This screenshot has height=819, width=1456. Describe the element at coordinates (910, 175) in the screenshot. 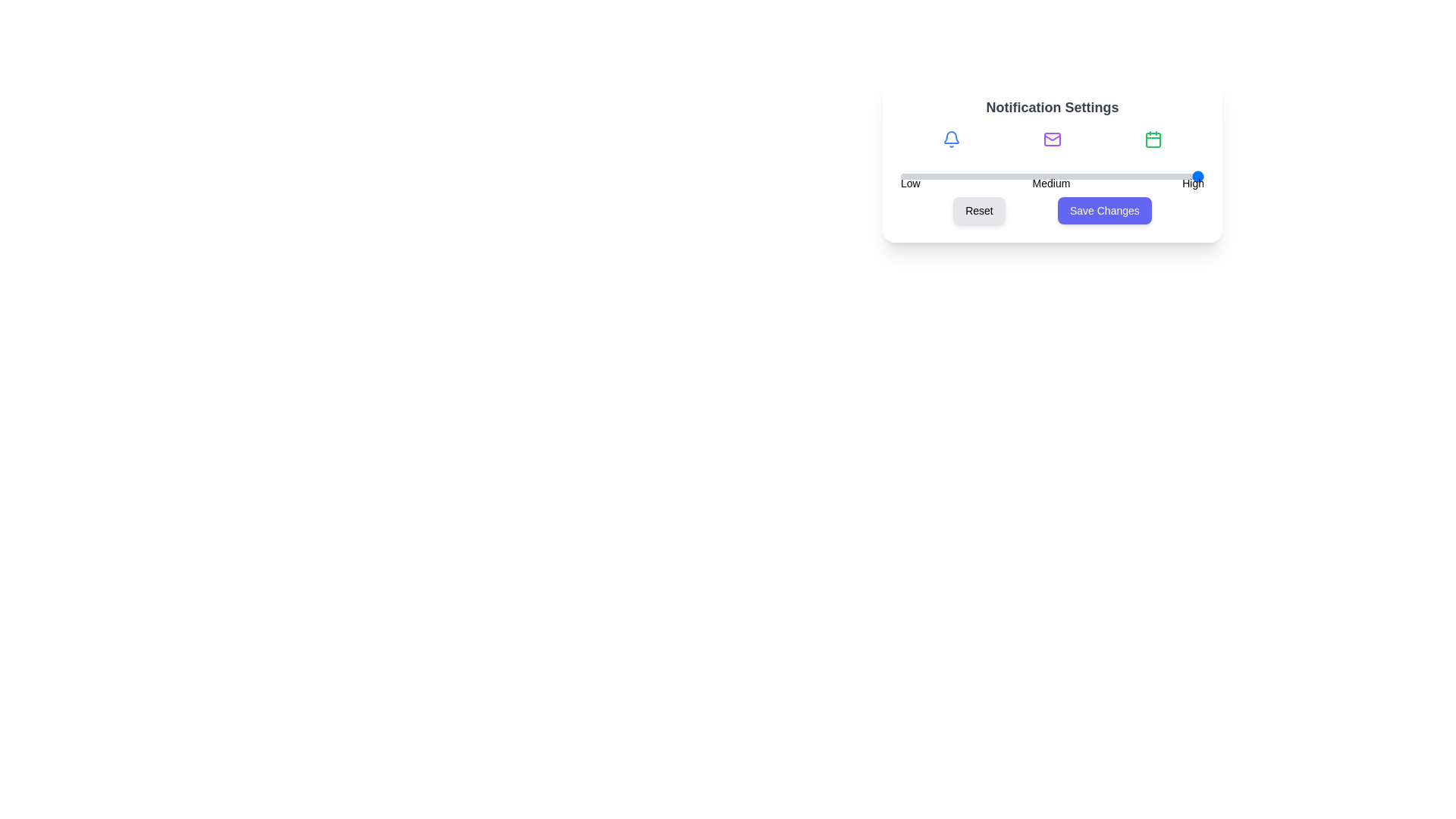

I see `the slider to align with the label Low` at that location.